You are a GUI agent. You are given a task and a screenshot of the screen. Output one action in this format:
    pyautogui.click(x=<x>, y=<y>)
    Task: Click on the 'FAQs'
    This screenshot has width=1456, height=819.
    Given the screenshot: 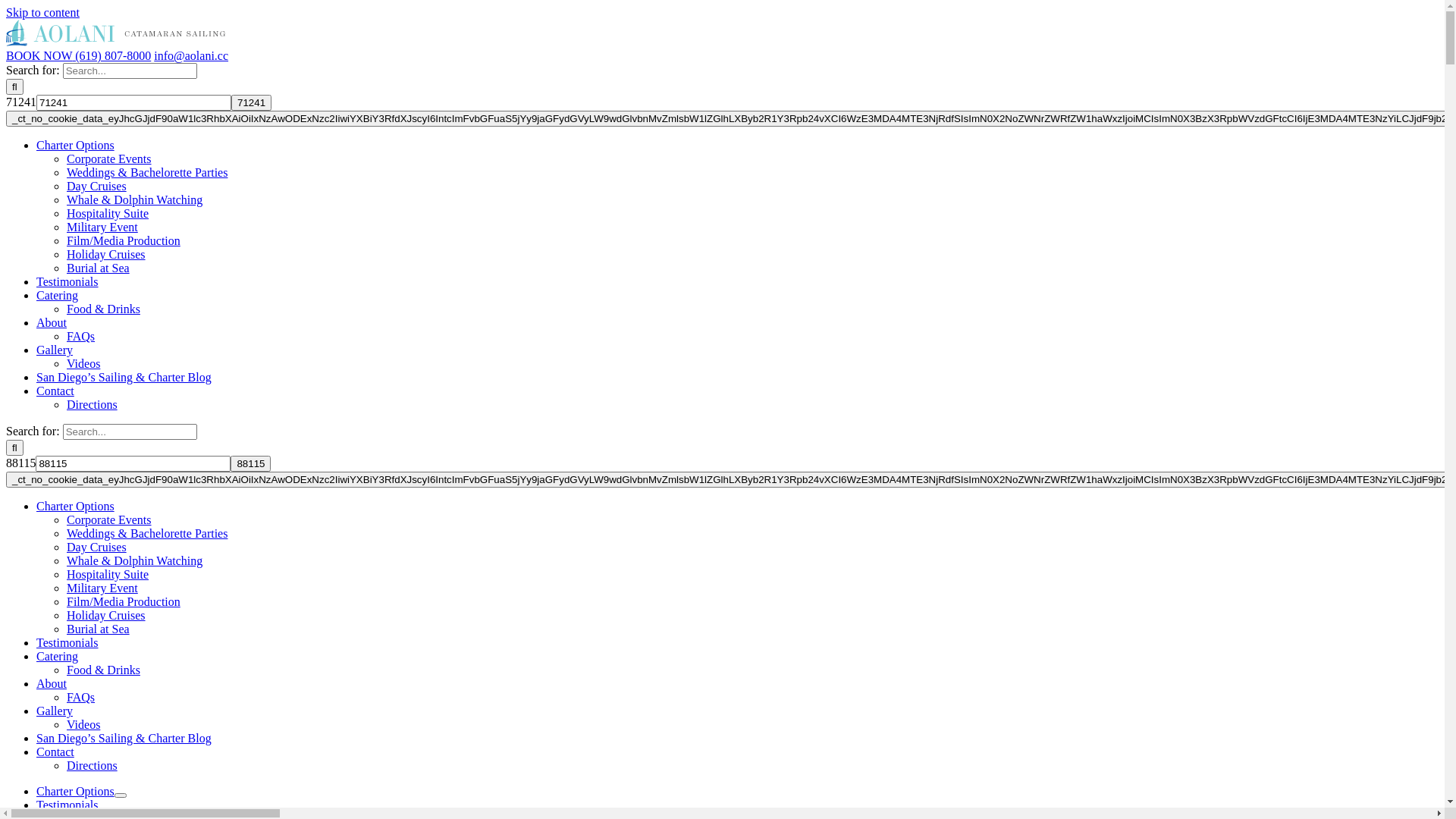 What is the action you would take?
    pyautogui.click(x=65, y=697)
    